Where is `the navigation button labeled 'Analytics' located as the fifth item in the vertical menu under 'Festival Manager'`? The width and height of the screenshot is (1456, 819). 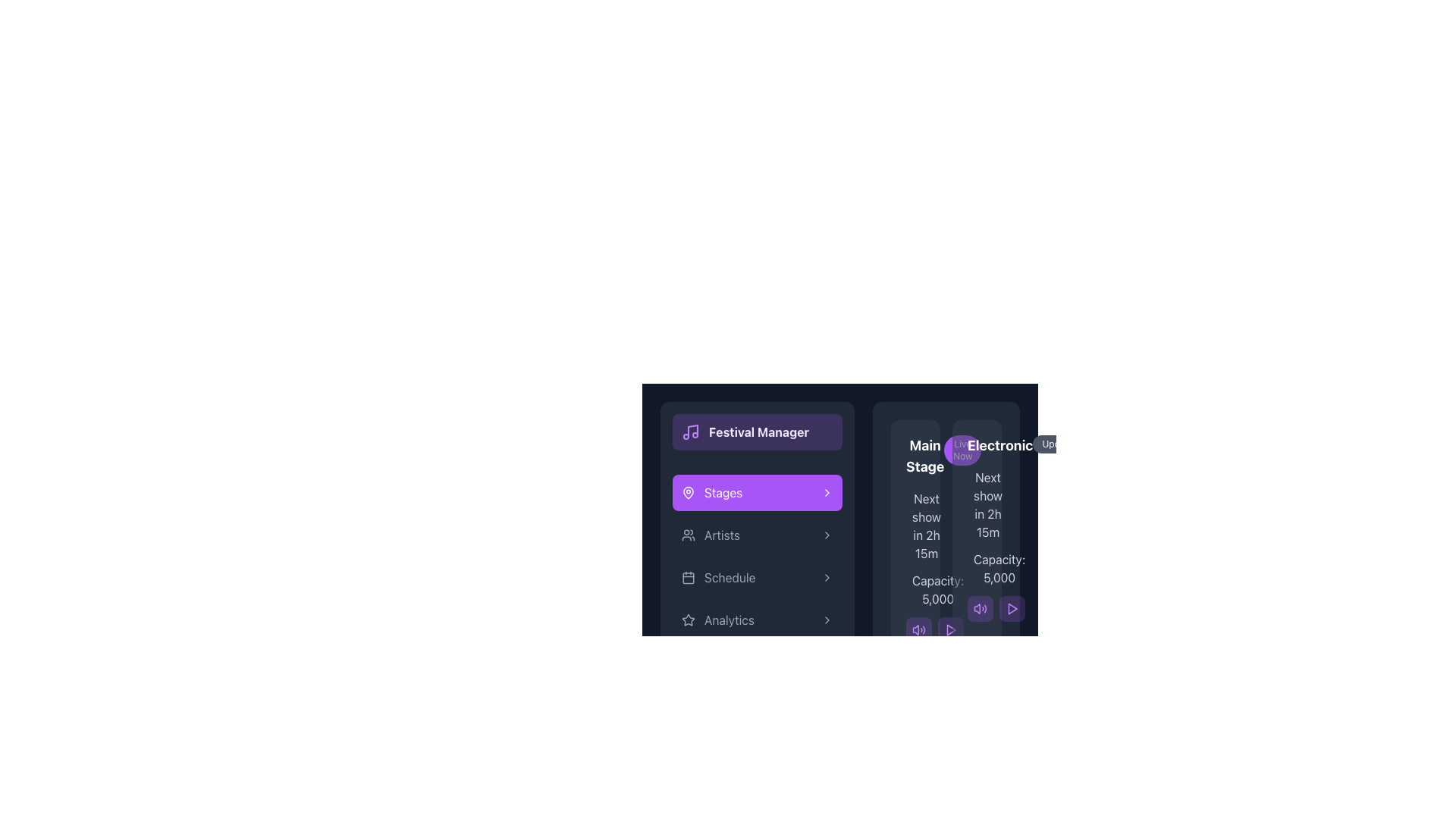
the navigation button labeled 'Analytics' located as the fifth item in the vertical menu under 'Festival Manager' is located at coordinates (757, 620).